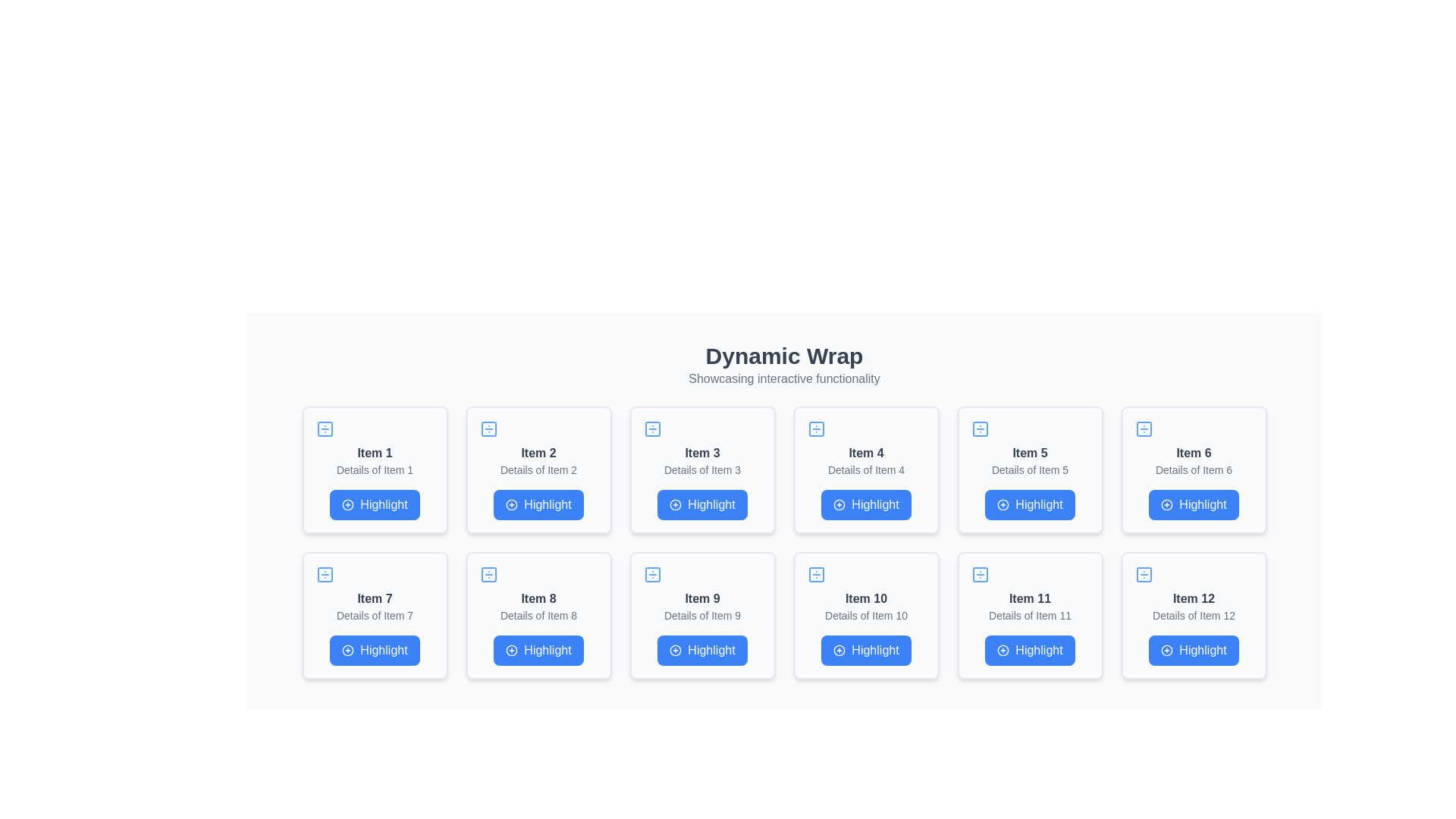  Describe the element at coordinates (815, 575) in the screenshot. I see `the square icon with a blue outline and a centered divide symbol located in the 'Item 10' card, positioned in the second row and fourth column of the grid layout` at that location.